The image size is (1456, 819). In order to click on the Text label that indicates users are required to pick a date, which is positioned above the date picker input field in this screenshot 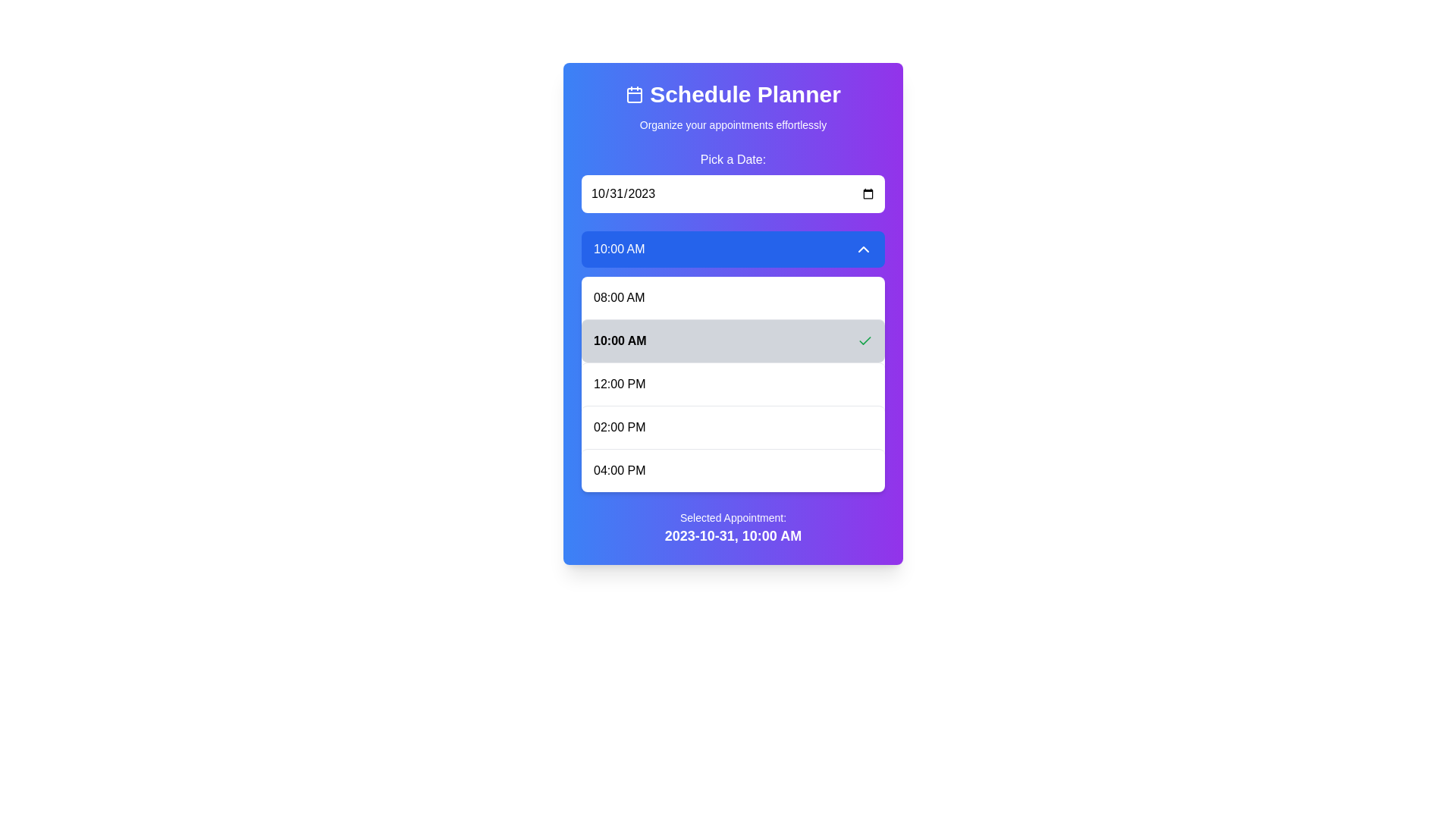, I will do `click(733, 160)`.